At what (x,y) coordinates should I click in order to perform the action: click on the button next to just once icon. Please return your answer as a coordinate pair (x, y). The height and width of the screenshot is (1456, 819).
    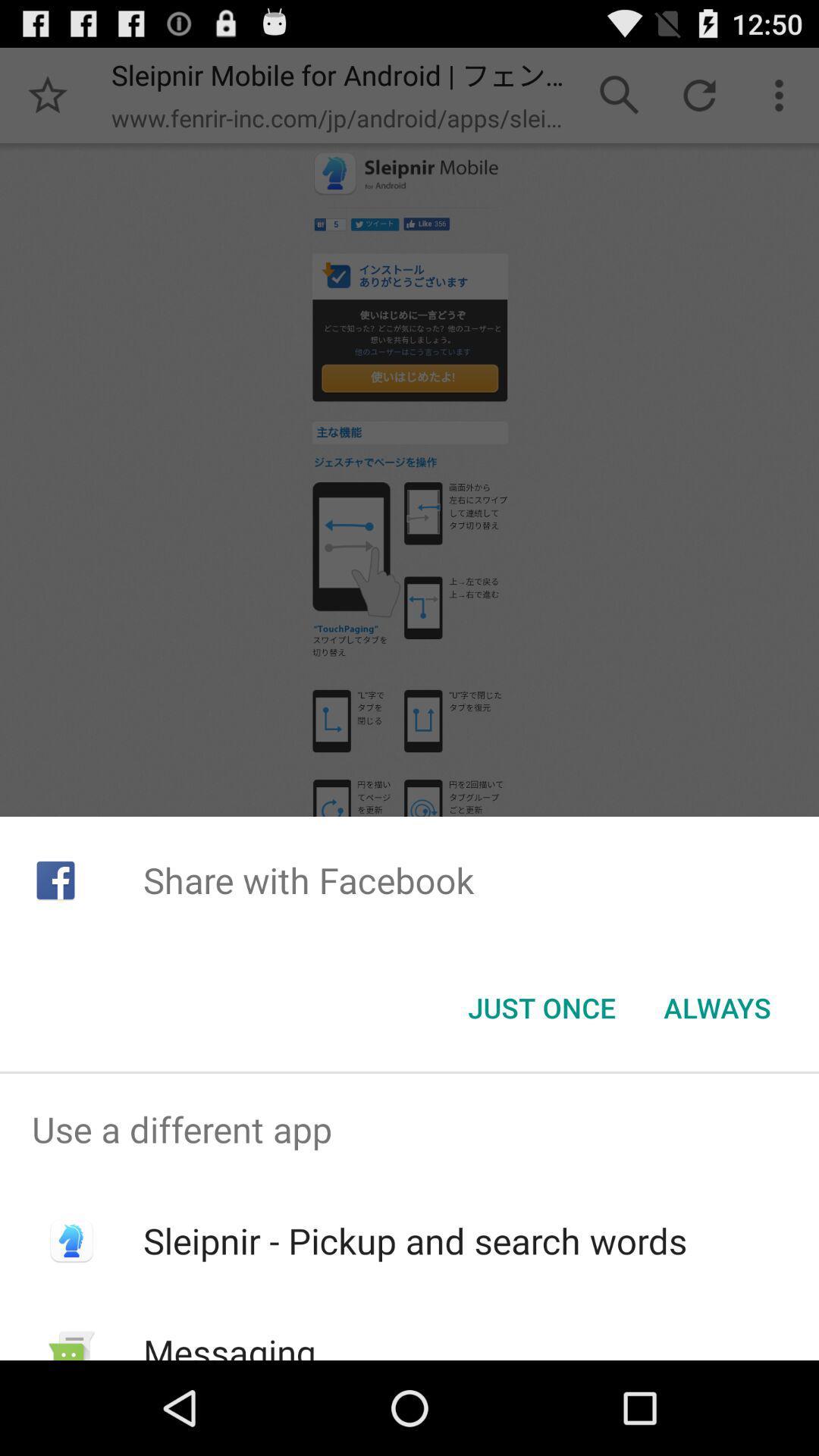
    Looking at the image, I should click on (717, 1008).